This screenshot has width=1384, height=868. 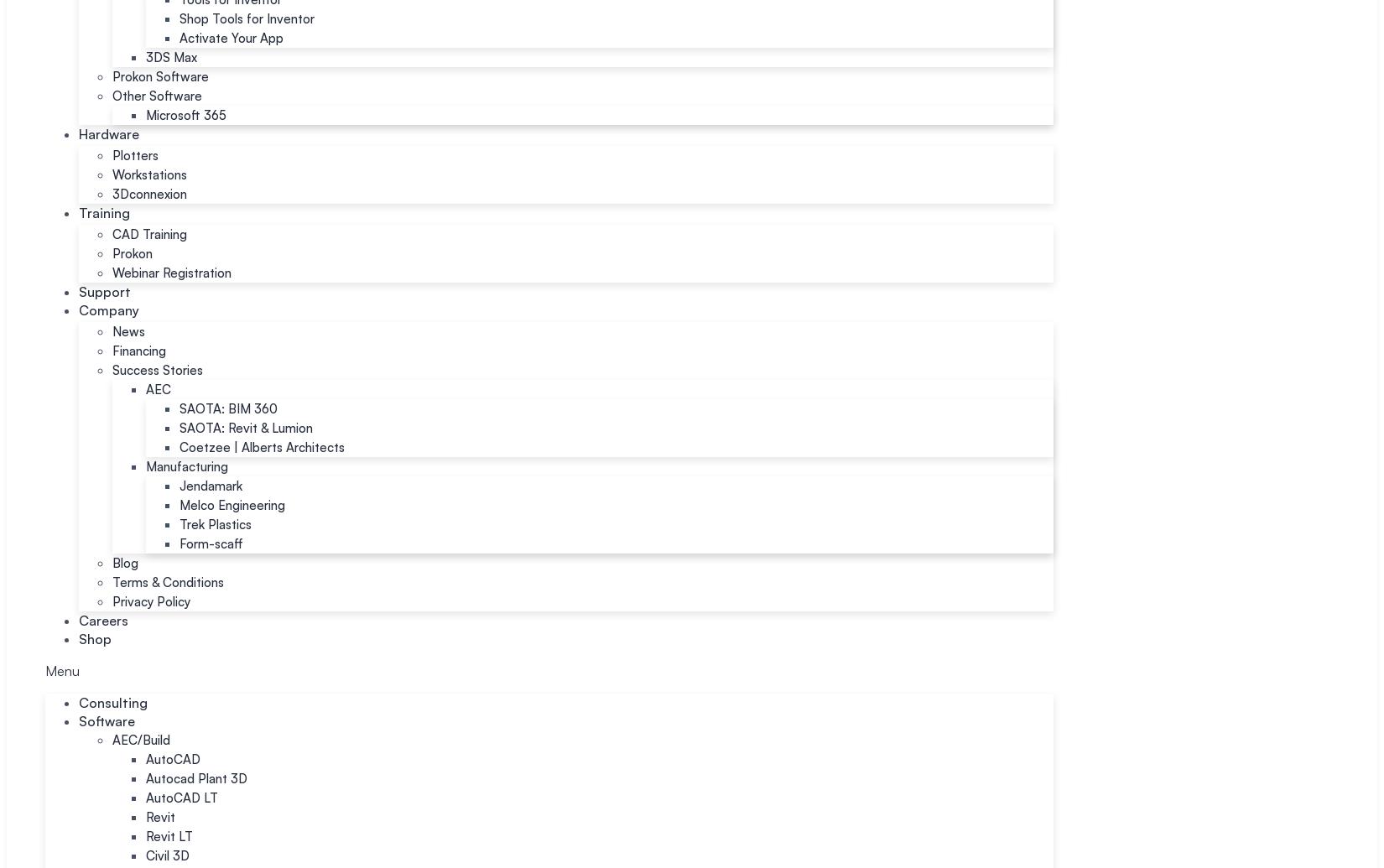 I want to click on 'Shop', so click(x=95, y=637).